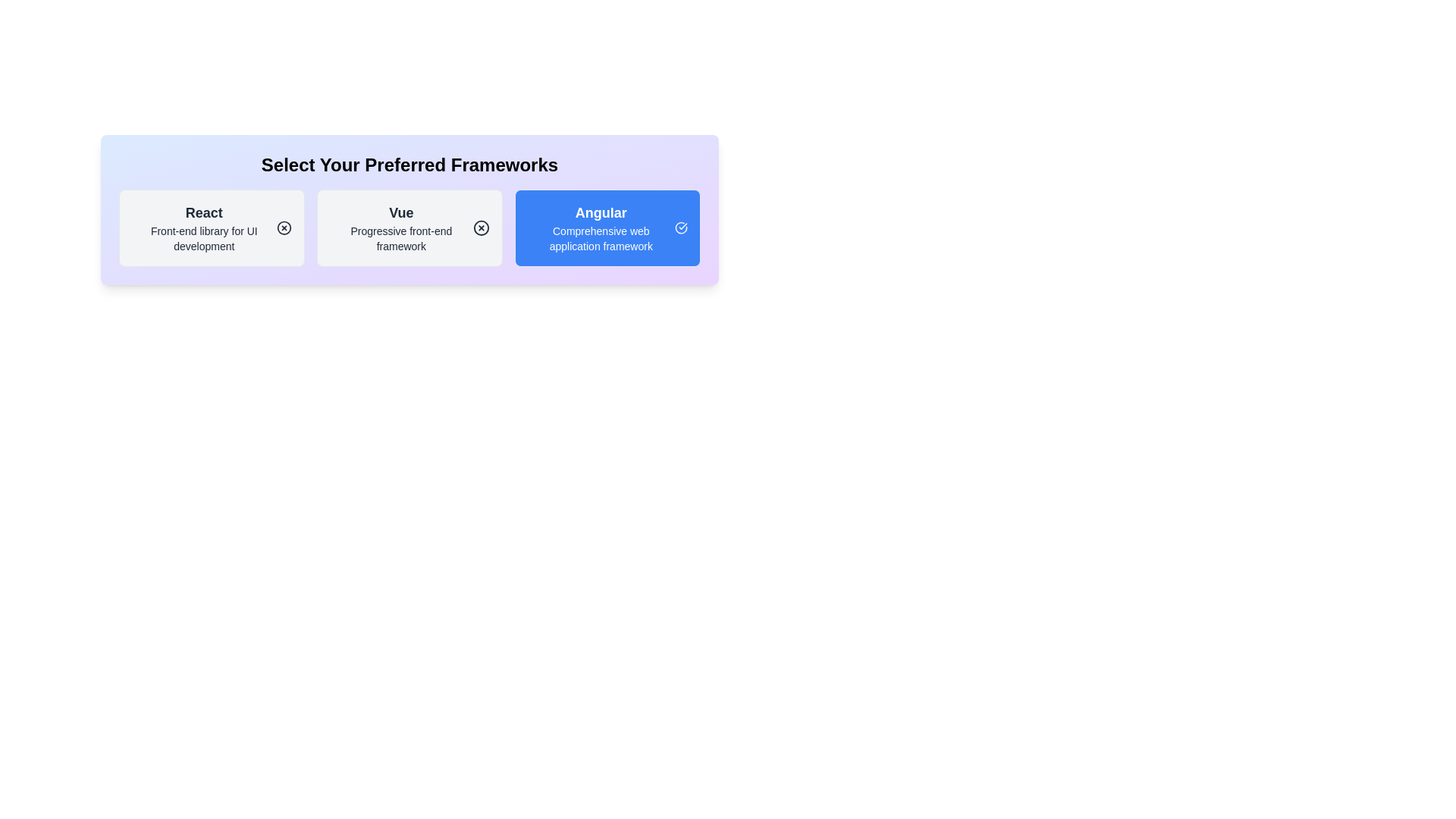 The width and height of the screenshot is (1456, 819). I want to click on the chip labeled Vue, so click(409, 227).